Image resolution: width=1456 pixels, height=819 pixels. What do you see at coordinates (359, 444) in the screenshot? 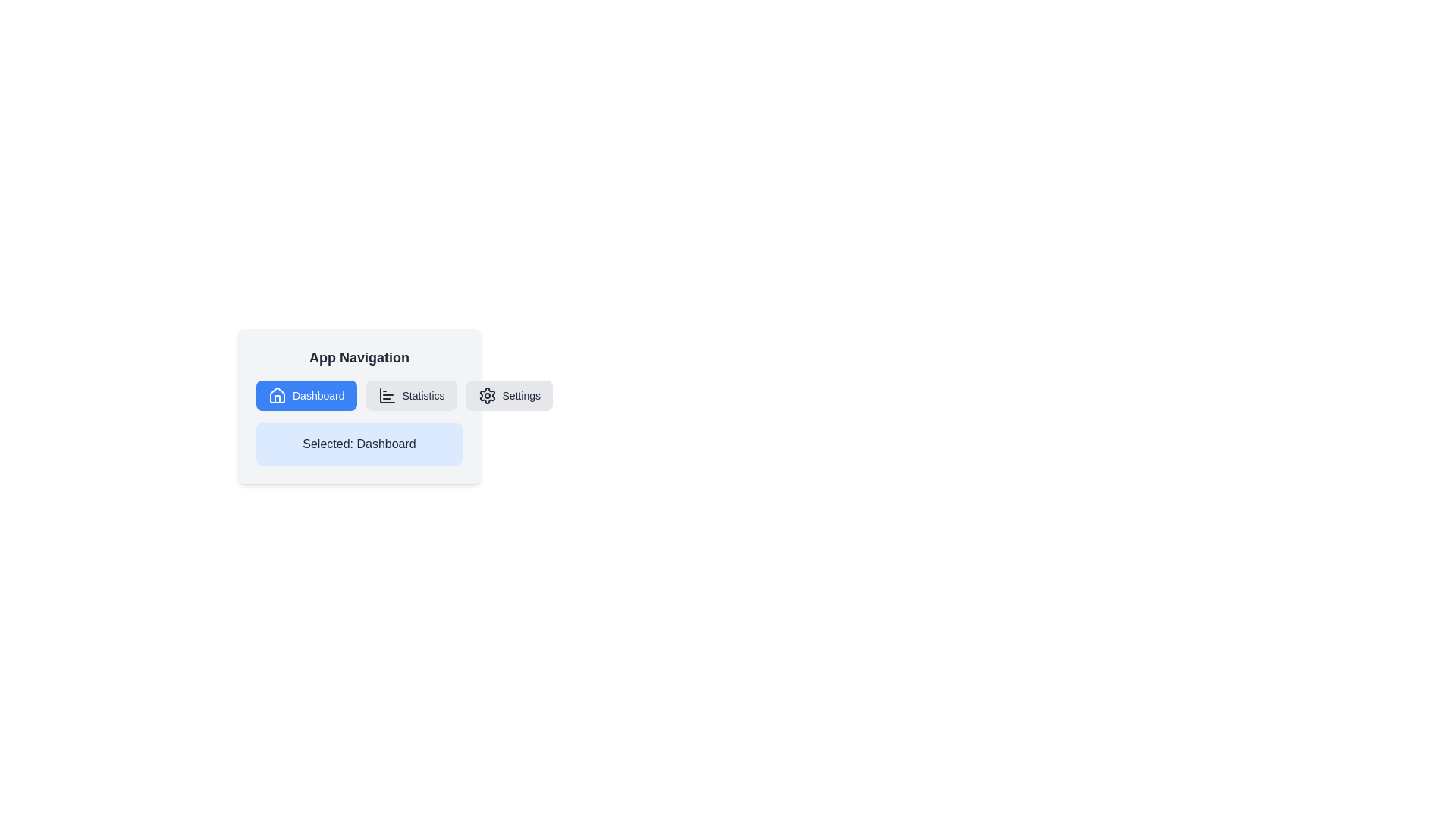
I see `the read-only text label indicating the currently selected navigation option, which displays 'Dashboard.'` at bounding box center [359, 444].